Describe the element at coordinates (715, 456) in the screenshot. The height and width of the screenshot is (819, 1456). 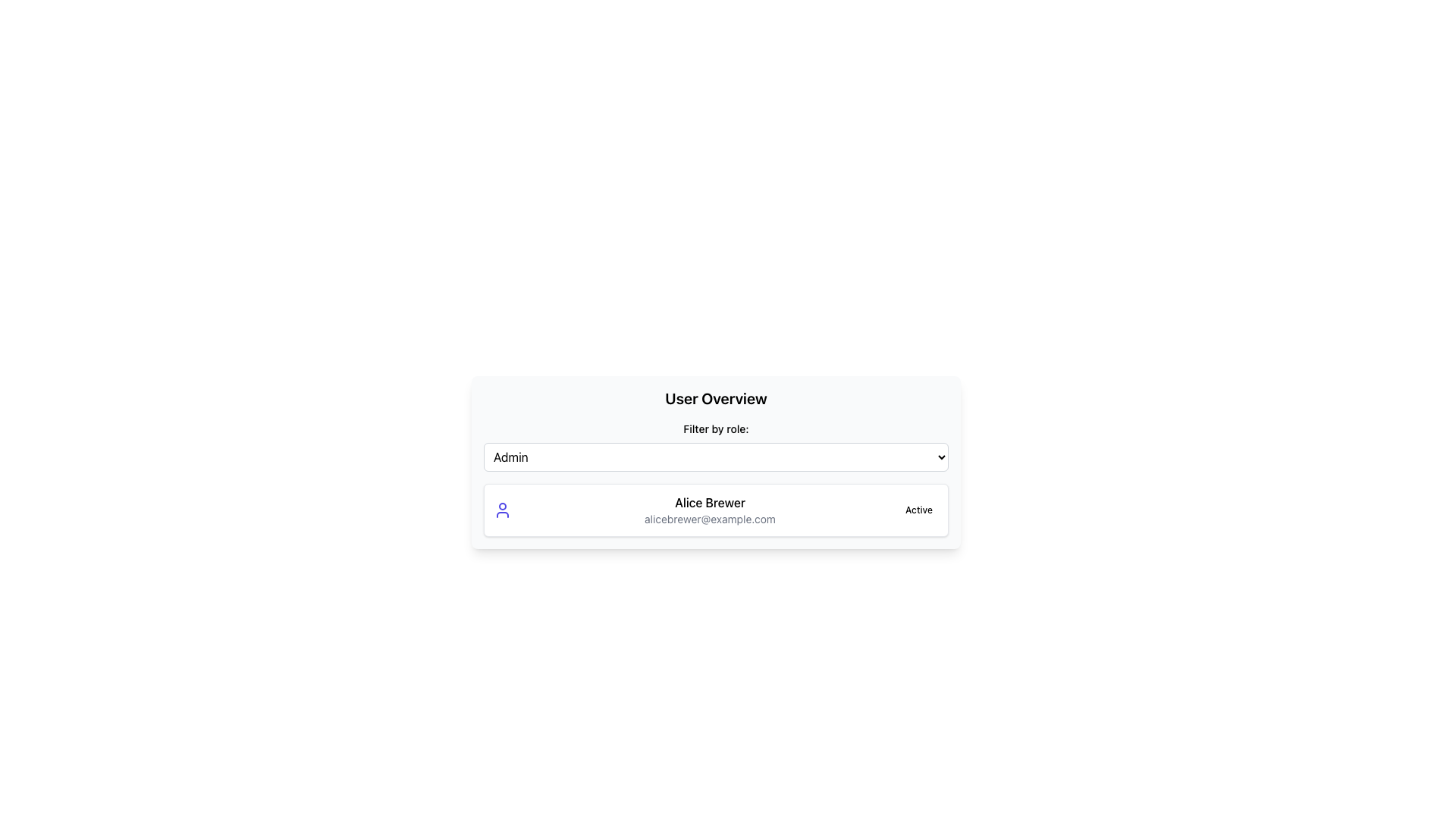
I see `the Dropdown menu labeled 'Filter by role:' which currently displays 'Admin'` at that location.